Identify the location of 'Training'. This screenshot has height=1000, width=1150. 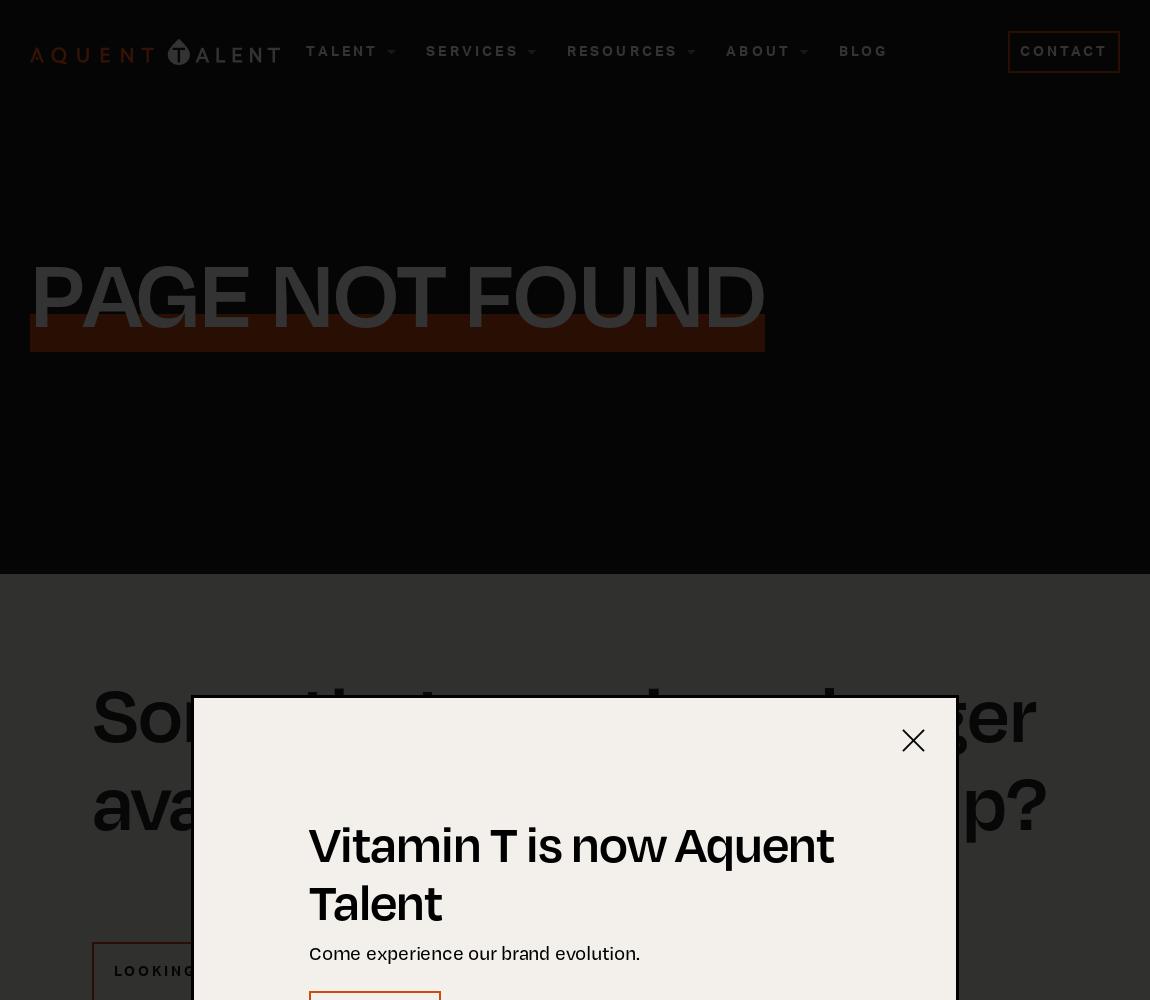
(336, 277).